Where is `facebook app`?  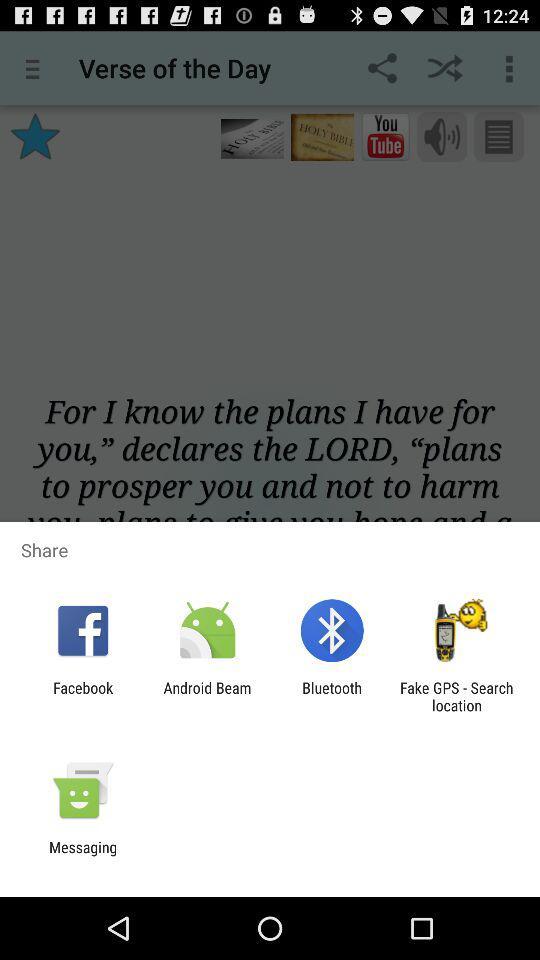 facebook app is located at coordinates (82, 696).